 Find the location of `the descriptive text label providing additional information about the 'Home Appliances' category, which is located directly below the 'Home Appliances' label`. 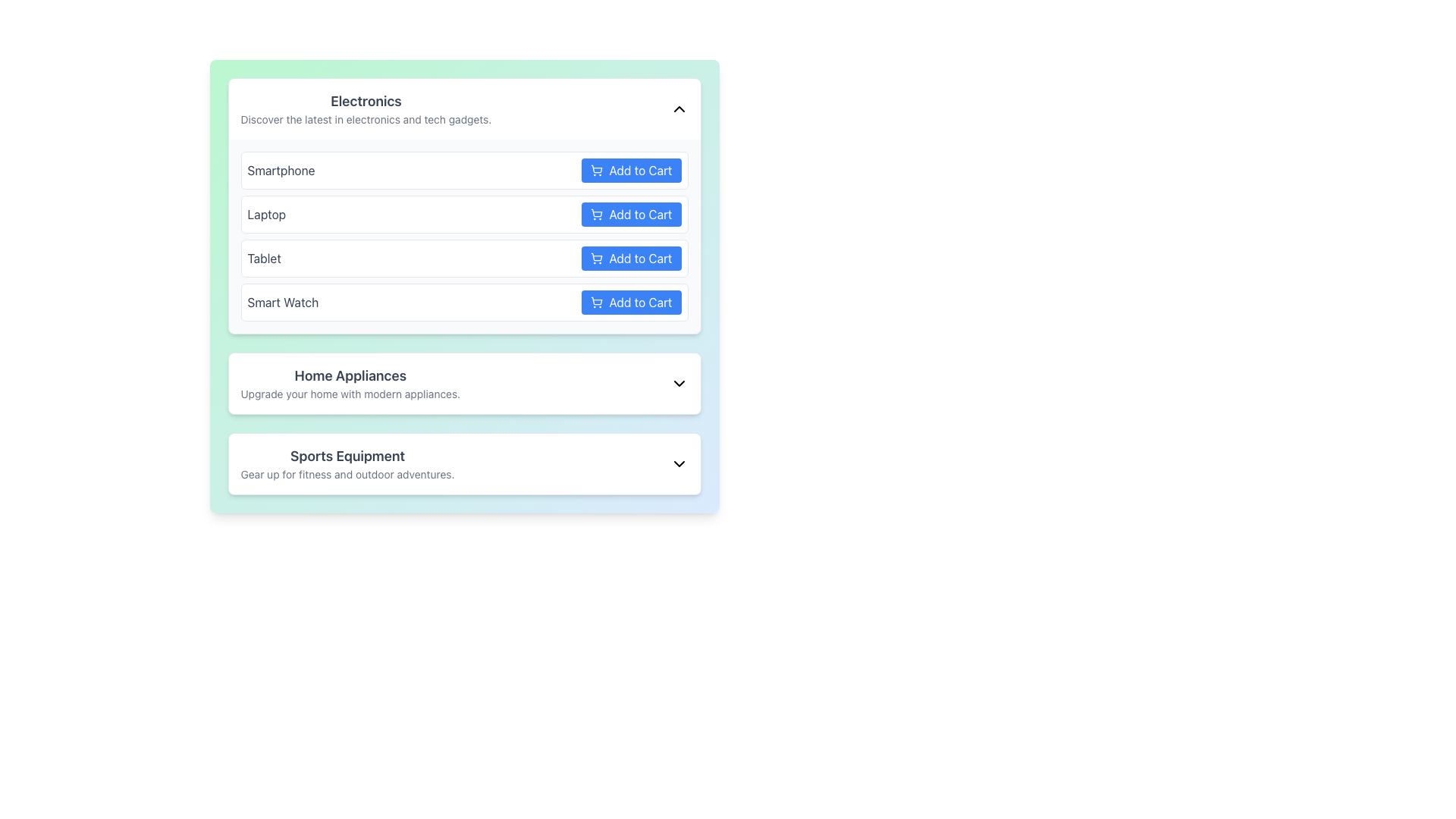

the descriptive text label providing additional information about the 'Home Appliances' category, which is located directly below the 'Home Appliances' label is located at coordinates (350, 394).